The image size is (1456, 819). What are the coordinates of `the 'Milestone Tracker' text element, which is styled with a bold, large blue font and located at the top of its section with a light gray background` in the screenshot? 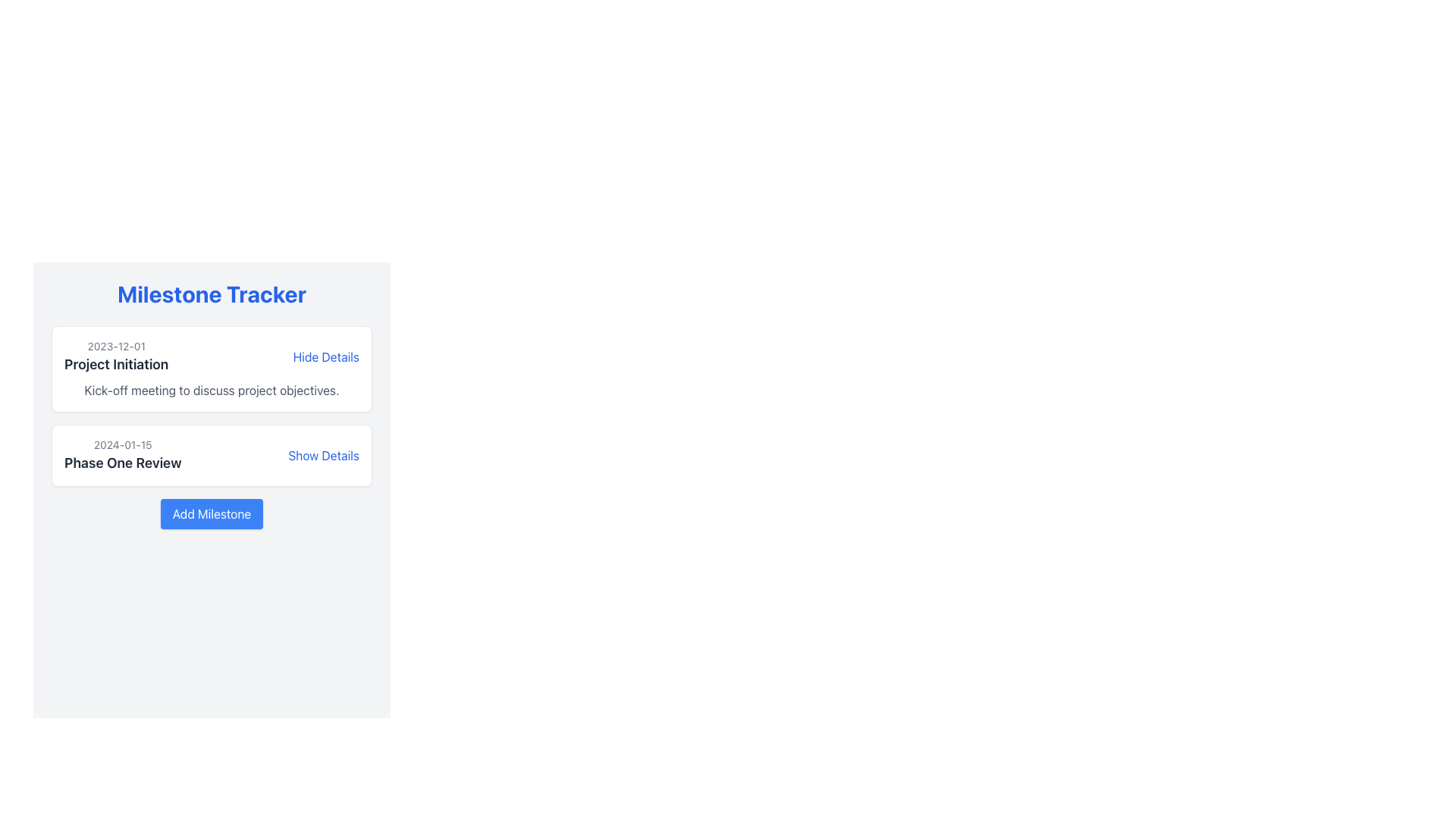 It's located at (211, 294).